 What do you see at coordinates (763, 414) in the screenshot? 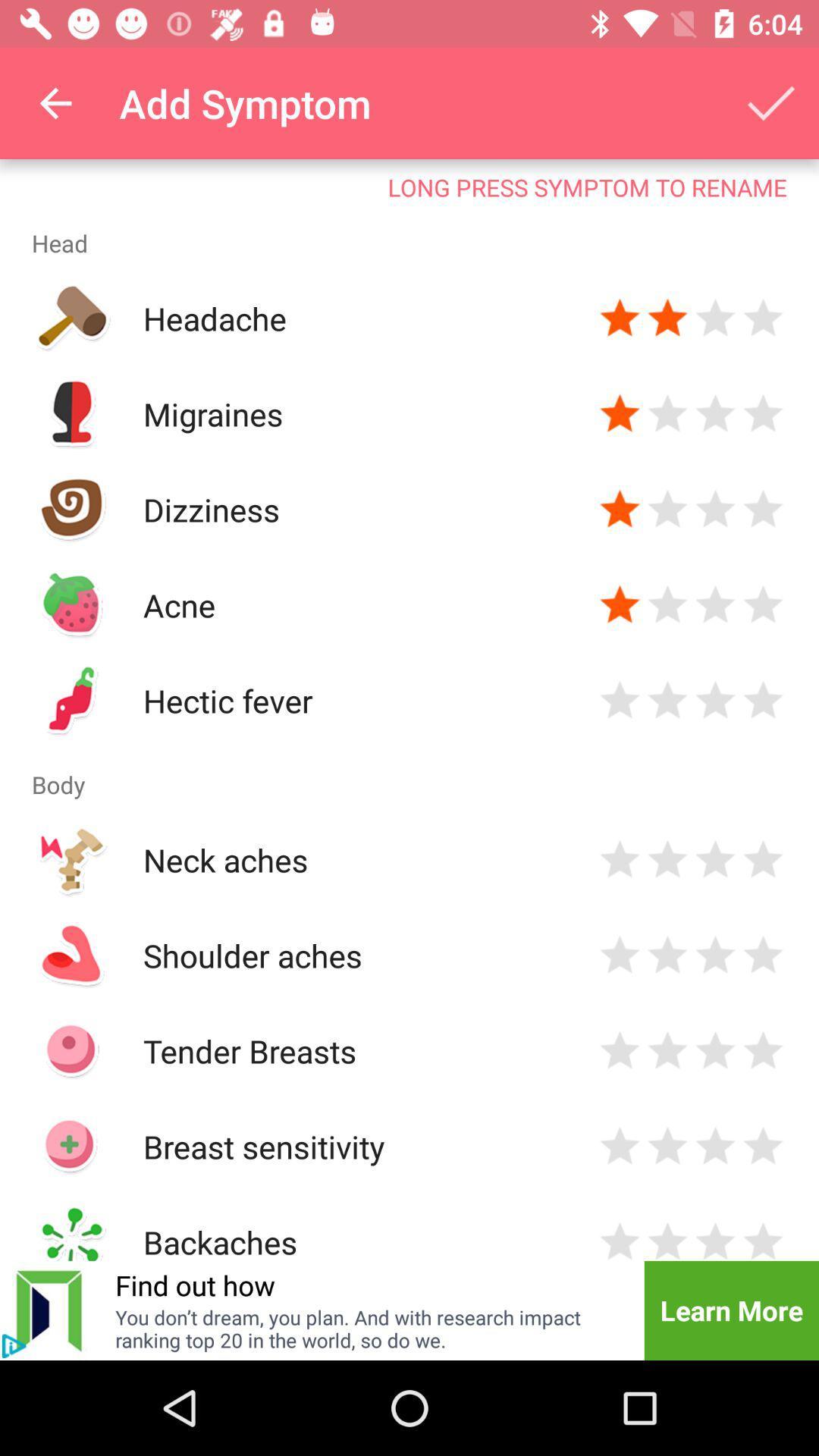
I see `4 star` at bounding box center [763, 414].